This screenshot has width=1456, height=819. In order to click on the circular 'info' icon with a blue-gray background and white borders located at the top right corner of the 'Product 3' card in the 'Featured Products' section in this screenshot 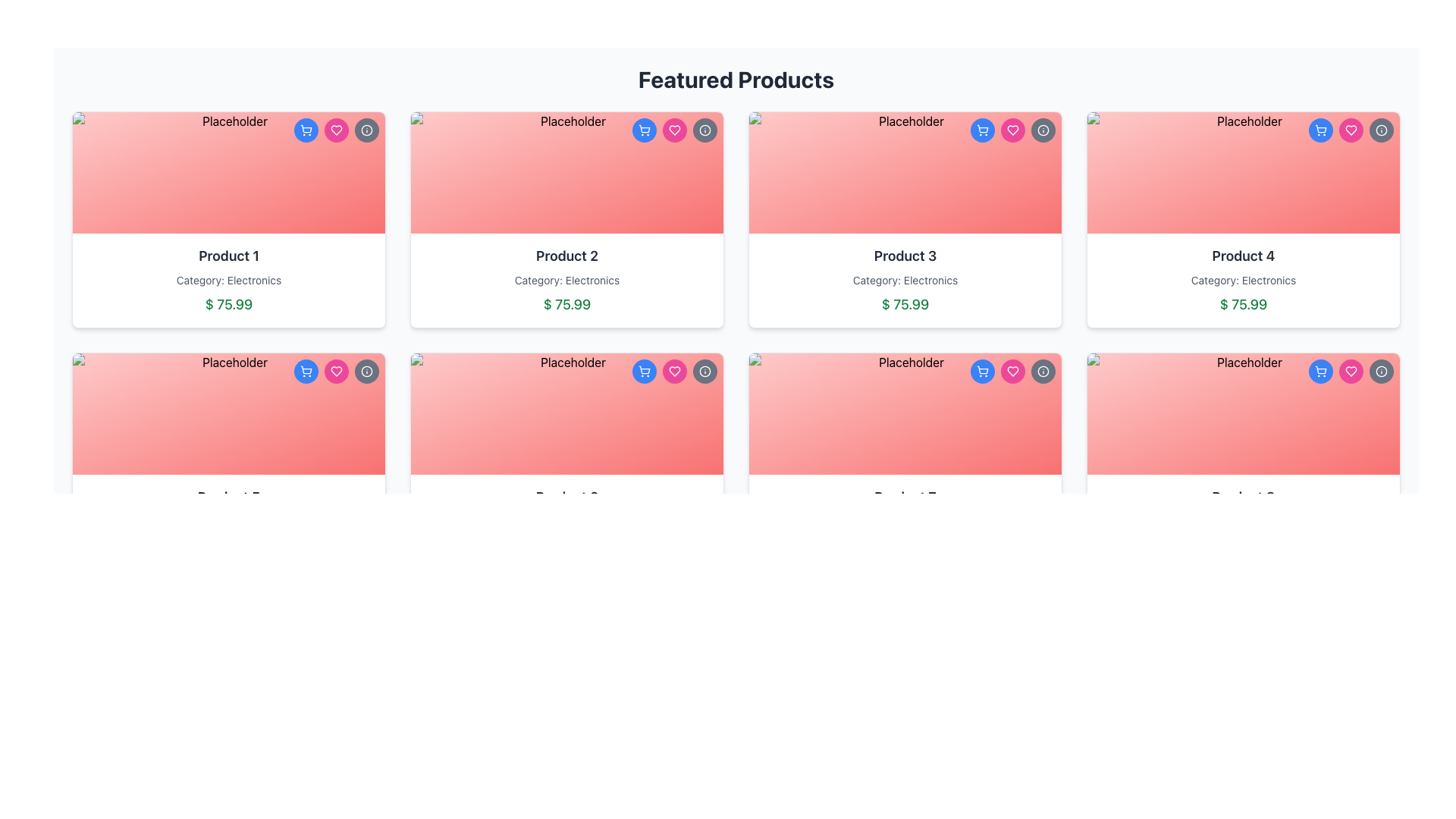, I will do `click(1043, 130)`.